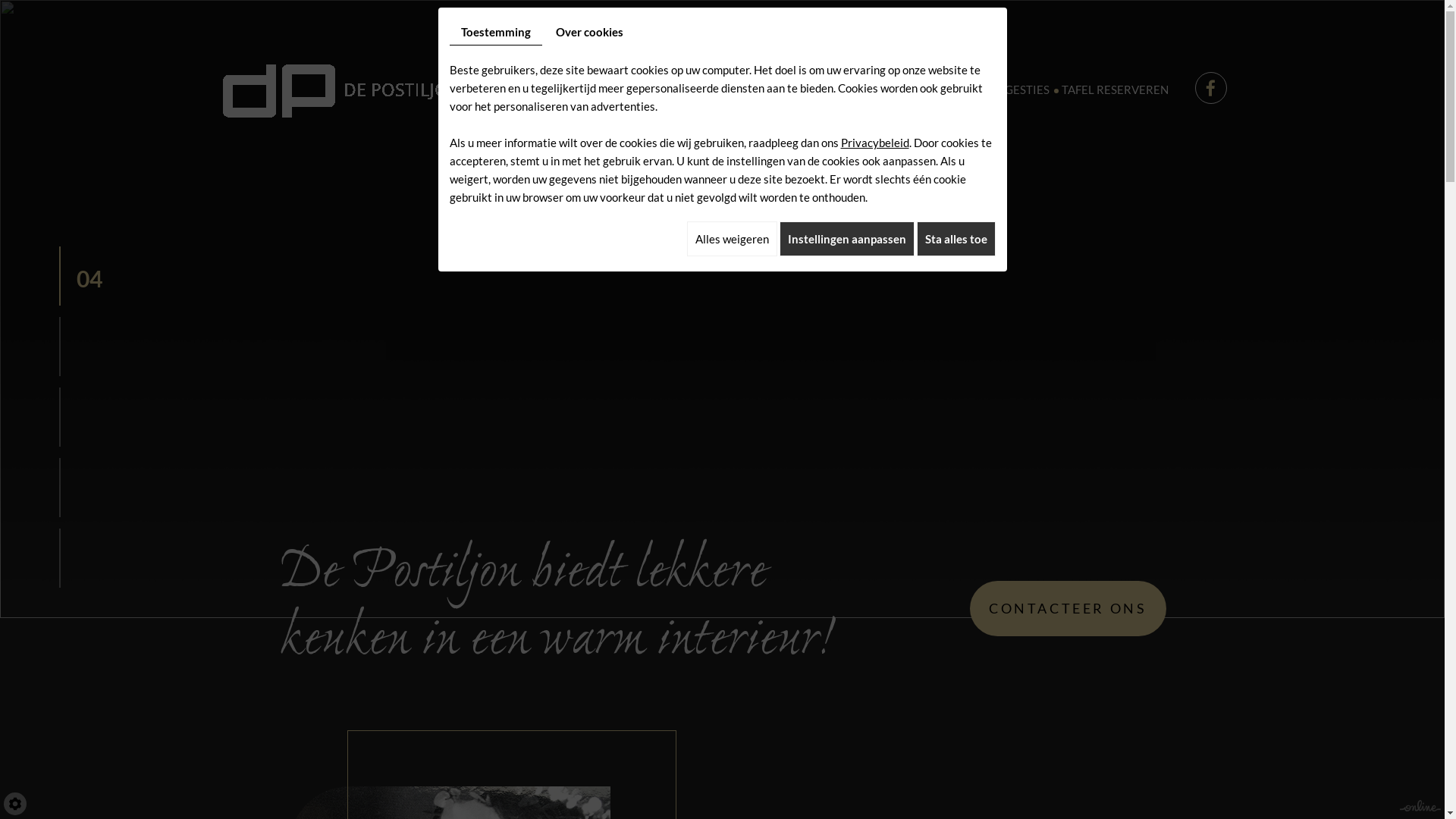 This screenshot has height=819, width=1456. Describe the element at coordinates (447, 32) in the screenshot. I see `'Toestemming'` at that location.